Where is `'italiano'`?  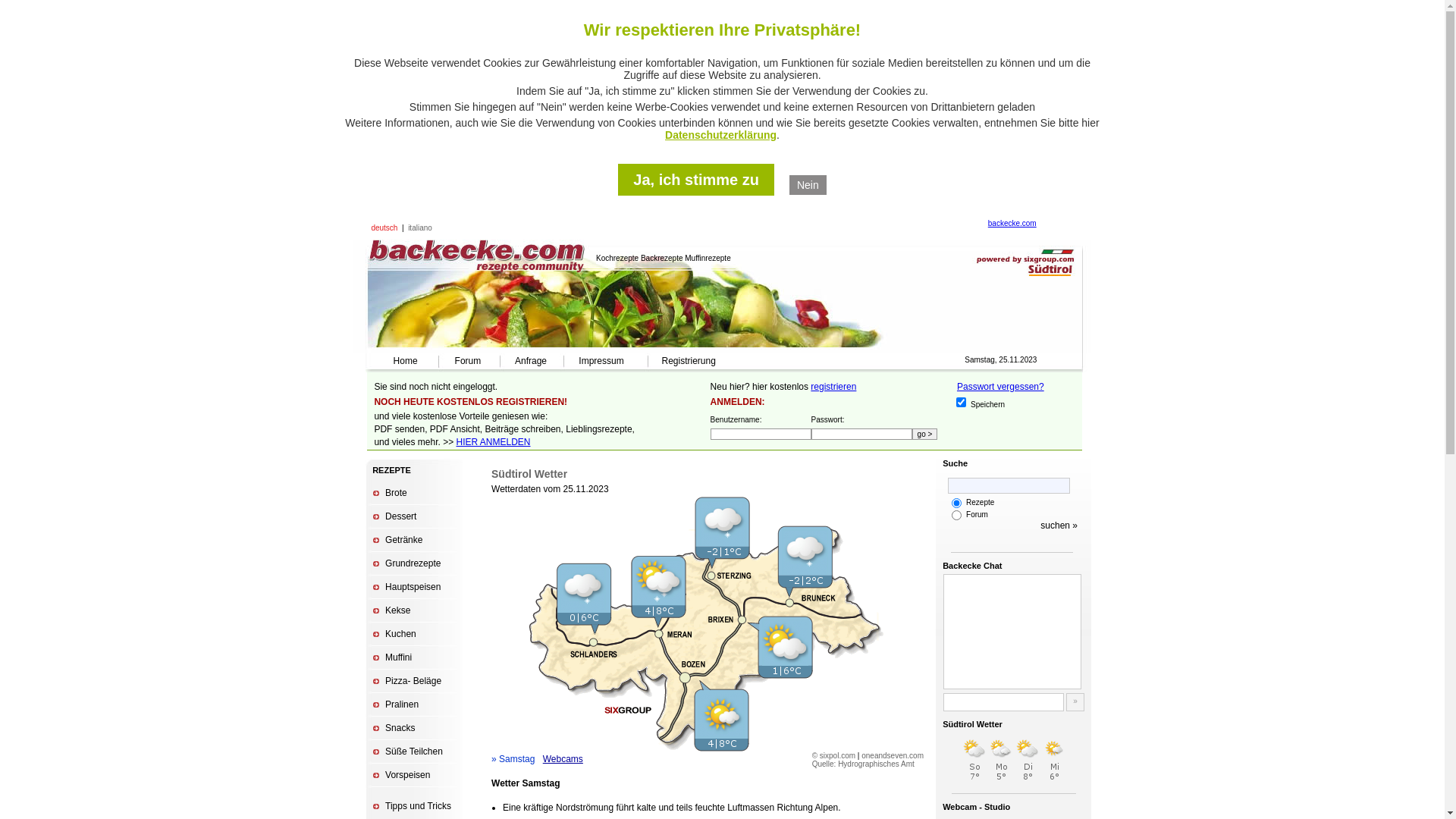
'italiano' is located at coordinates (419, 227).